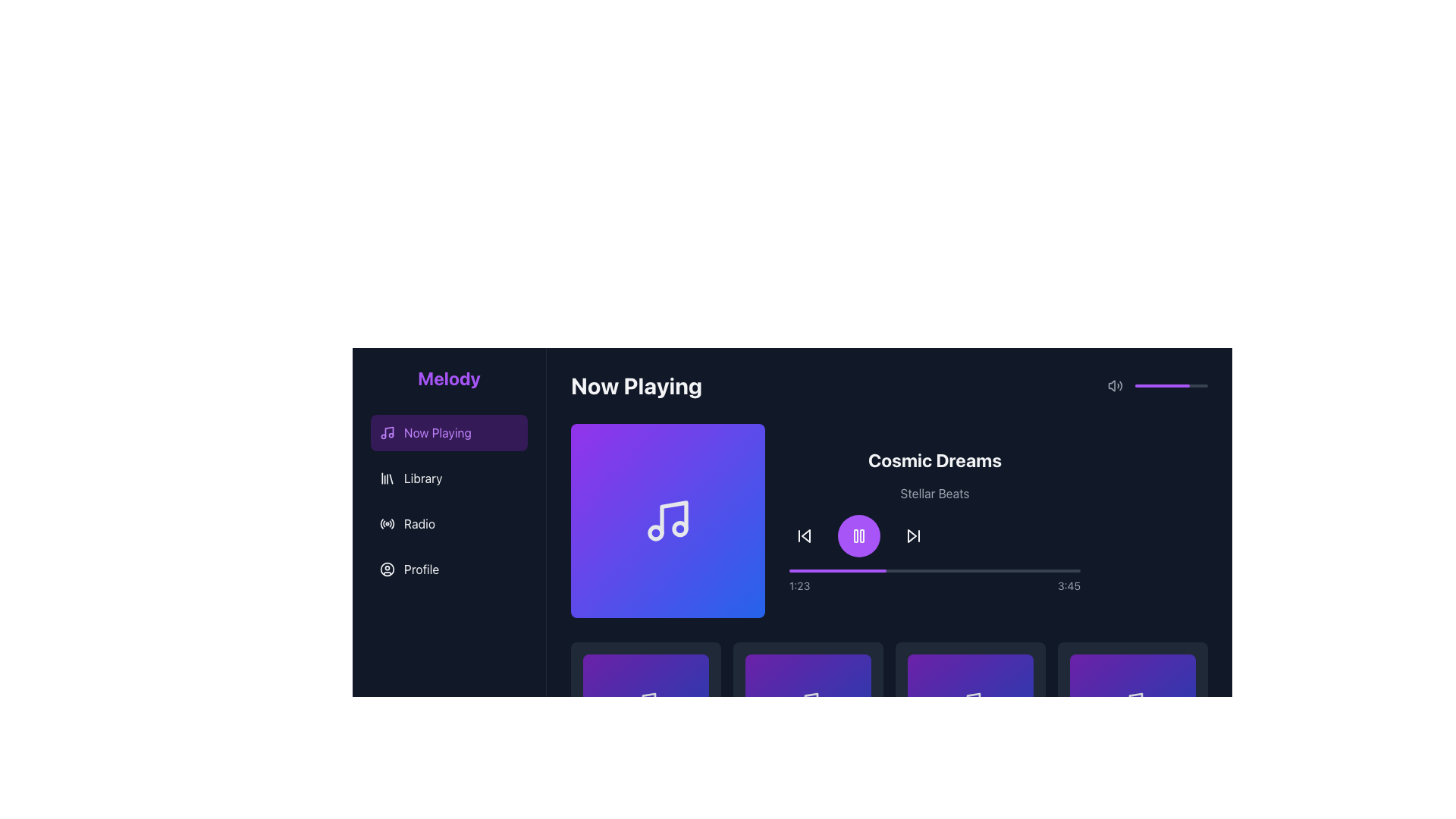  I want to click on the right vertical bar of the purple pause icon, so click(862, 535).